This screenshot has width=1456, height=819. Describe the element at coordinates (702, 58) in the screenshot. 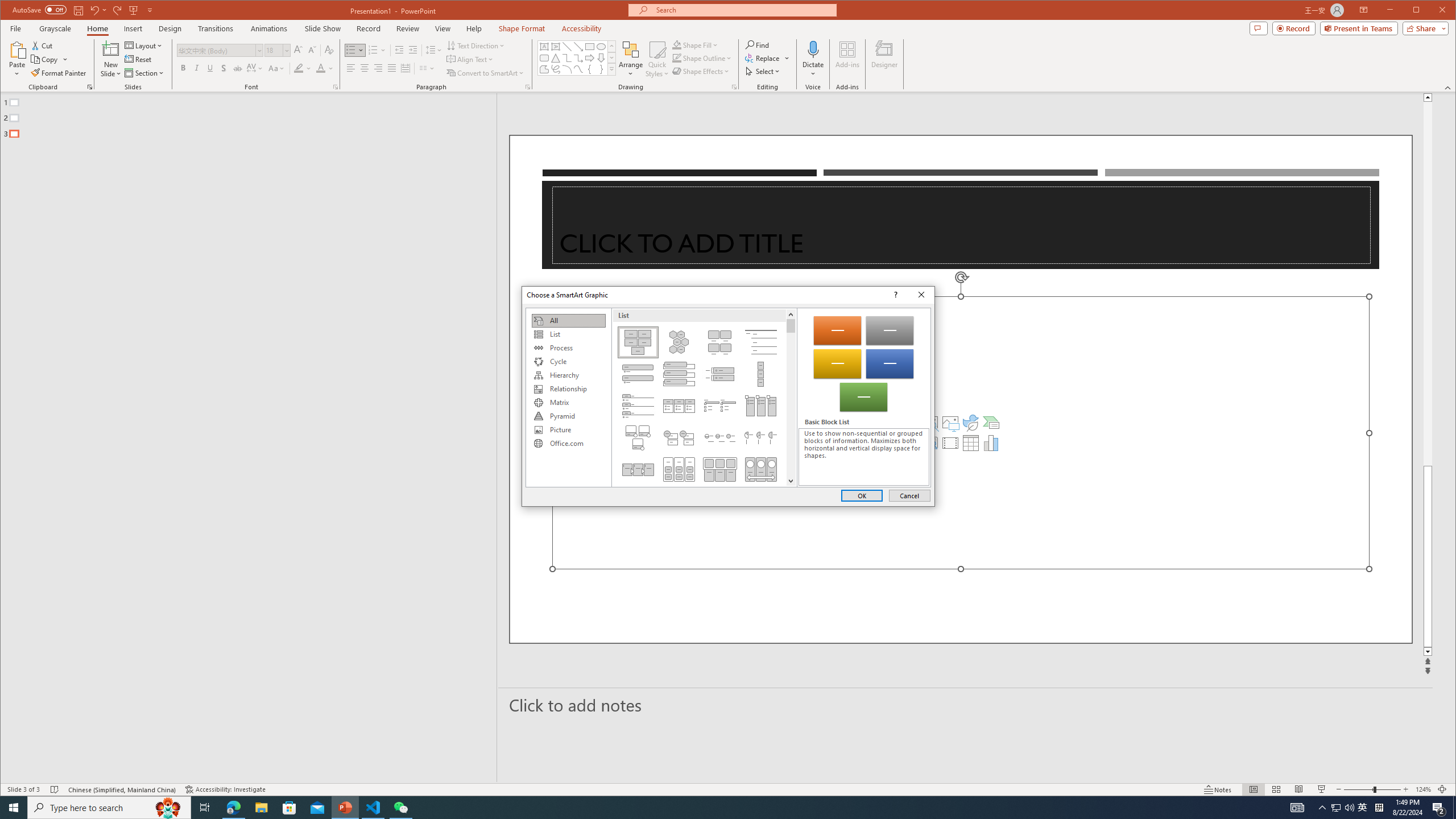

I see `'Shape Outline'` at that location.